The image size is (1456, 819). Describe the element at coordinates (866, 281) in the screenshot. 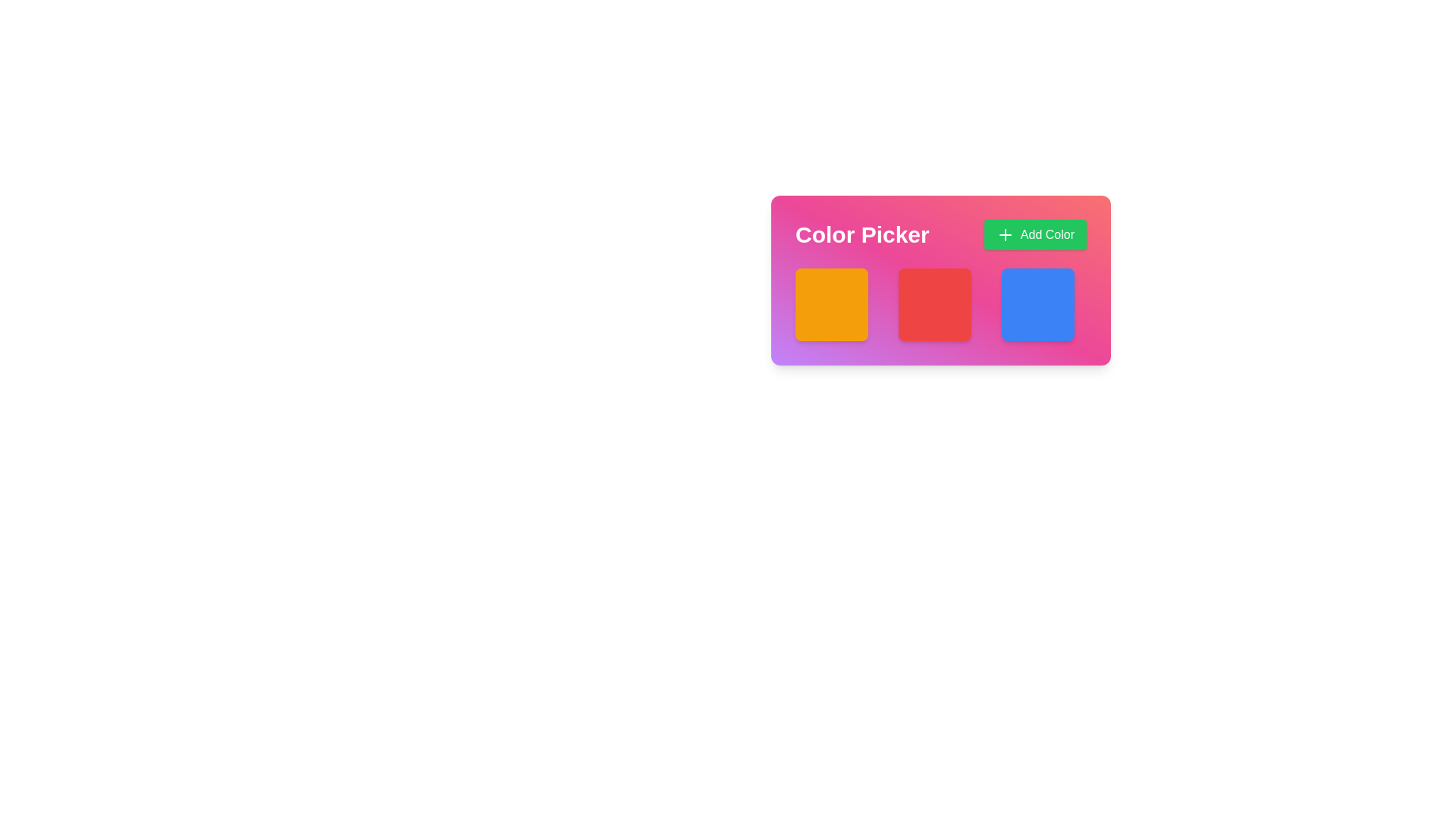

I see `the delete button located at the top-right corner of the first square (orange) in the color picker UI` at that location.